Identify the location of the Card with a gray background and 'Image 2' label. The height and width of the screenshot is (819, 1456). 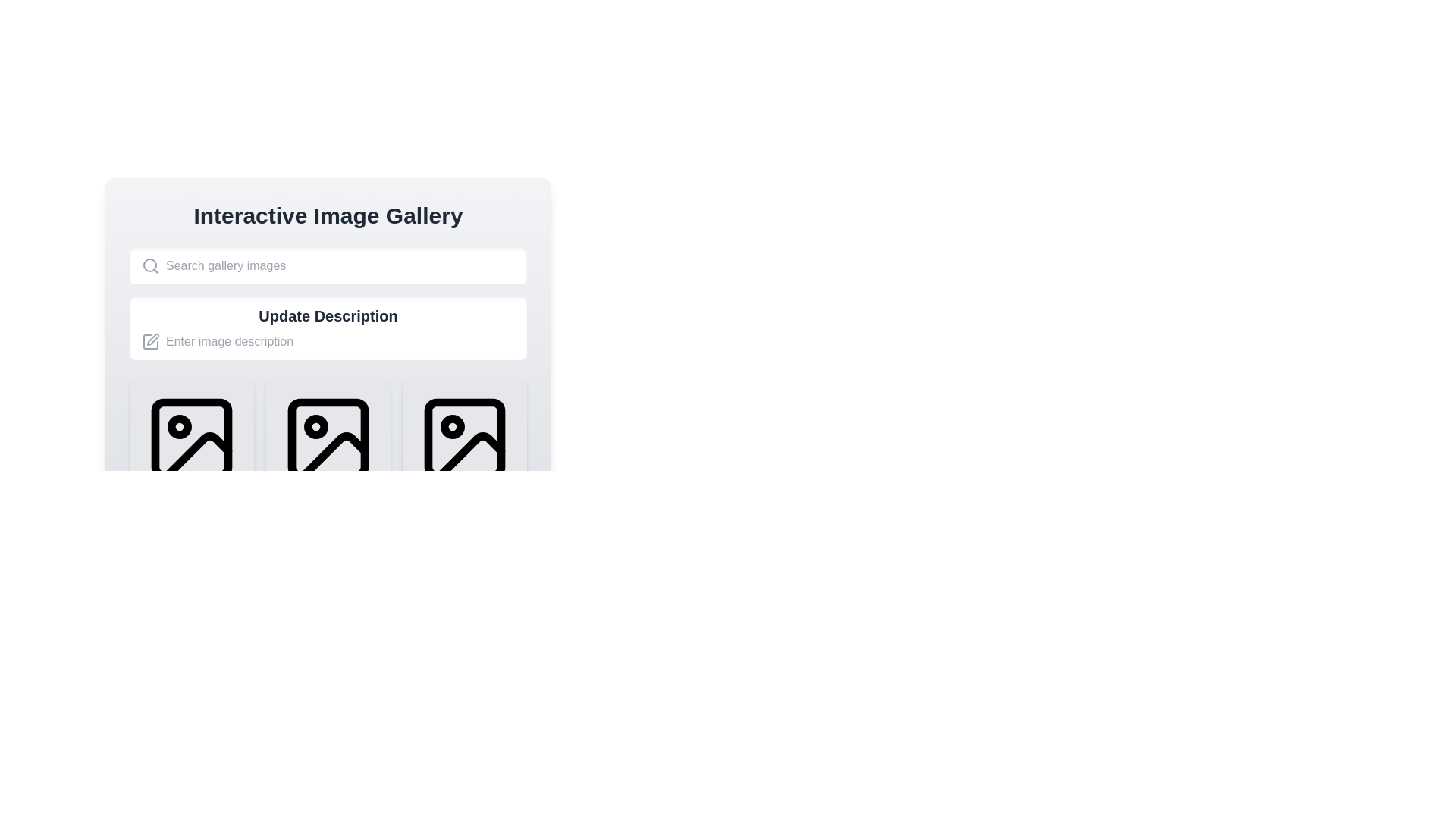
(327, 461).